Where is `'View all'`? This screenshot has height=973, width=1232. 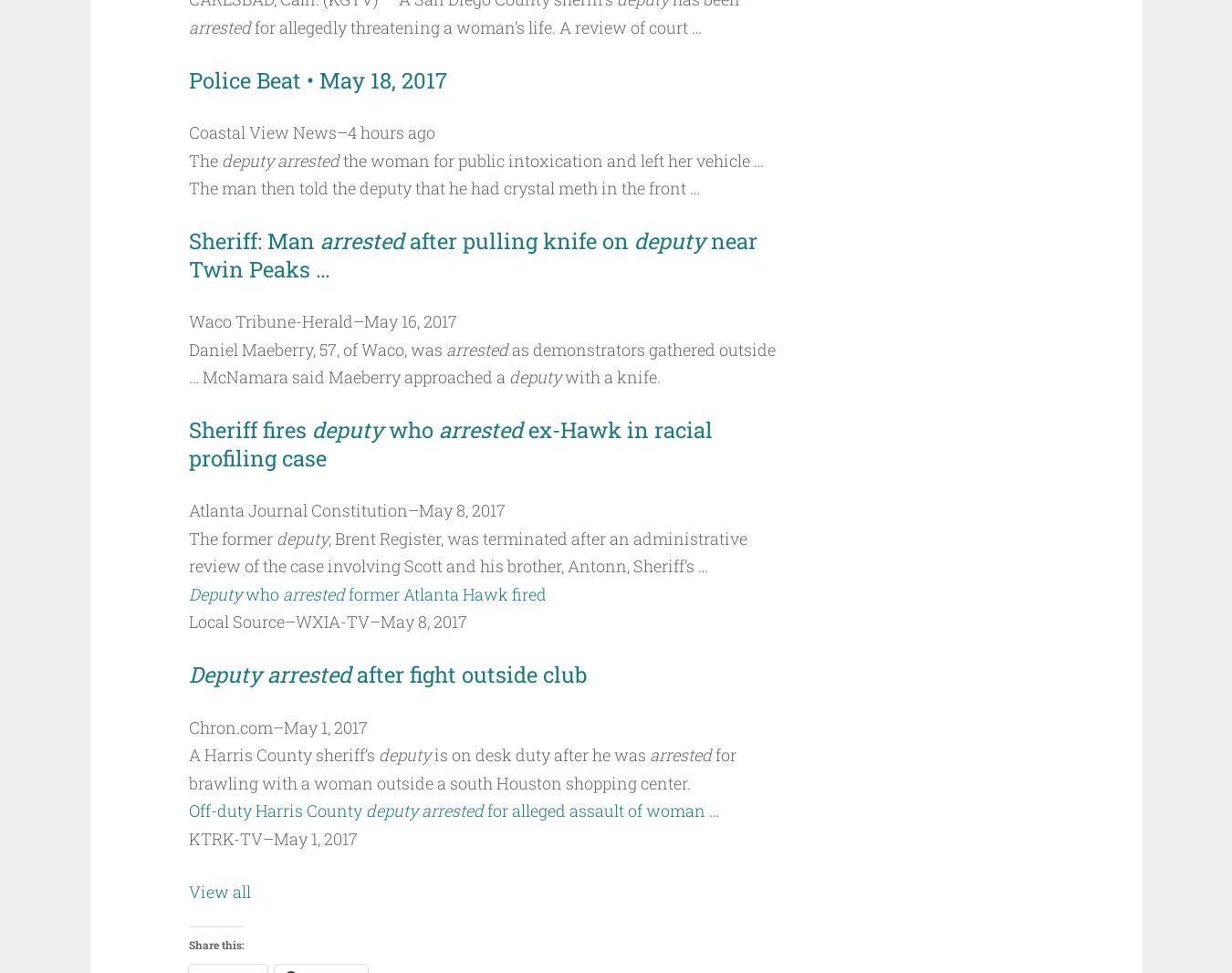 'View all' is located at coordinates (218, 891).